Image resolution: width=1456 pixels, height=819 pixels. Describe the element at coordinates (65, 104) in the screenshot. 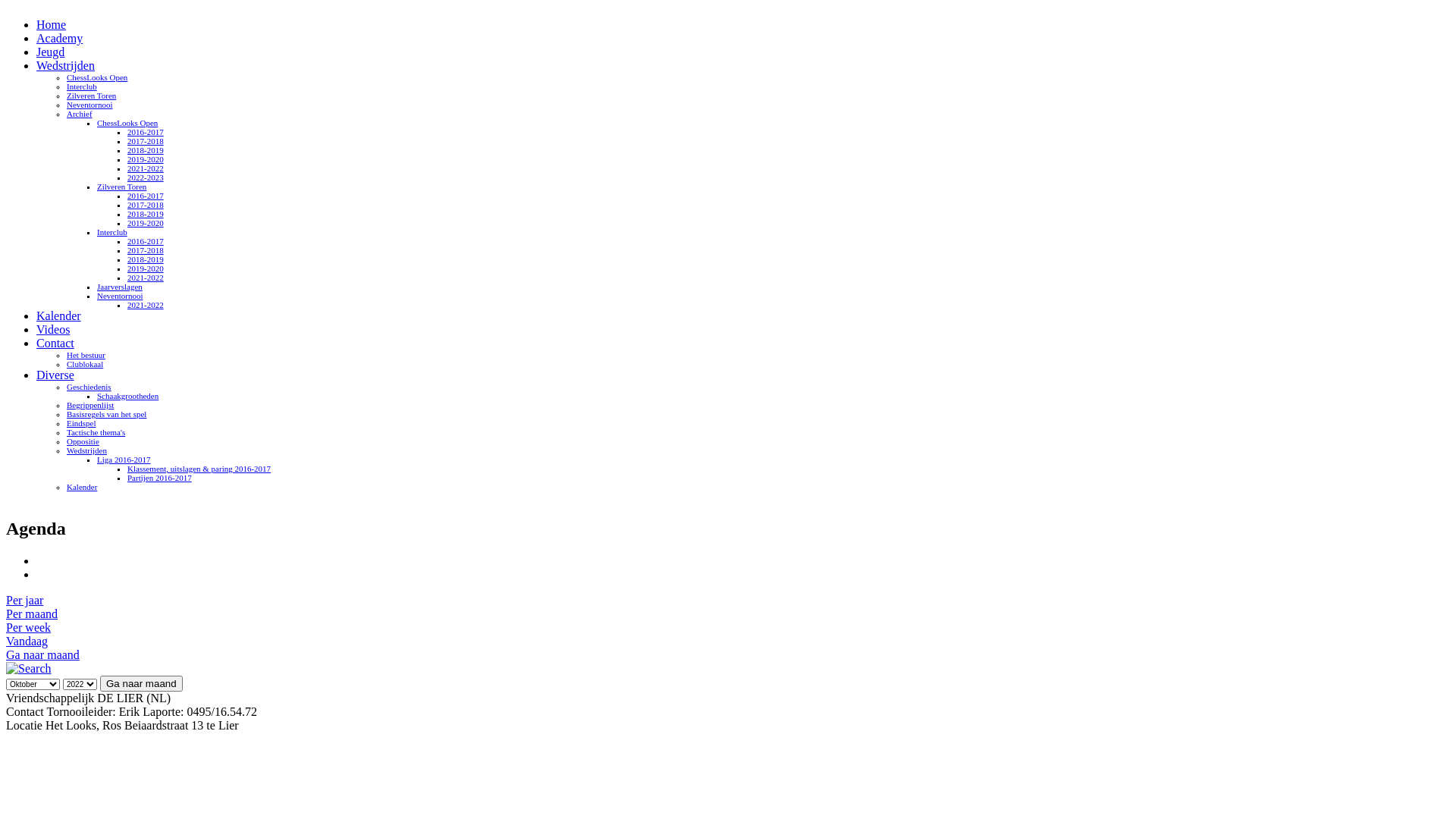

I see `'Neventornooi'` at that location.